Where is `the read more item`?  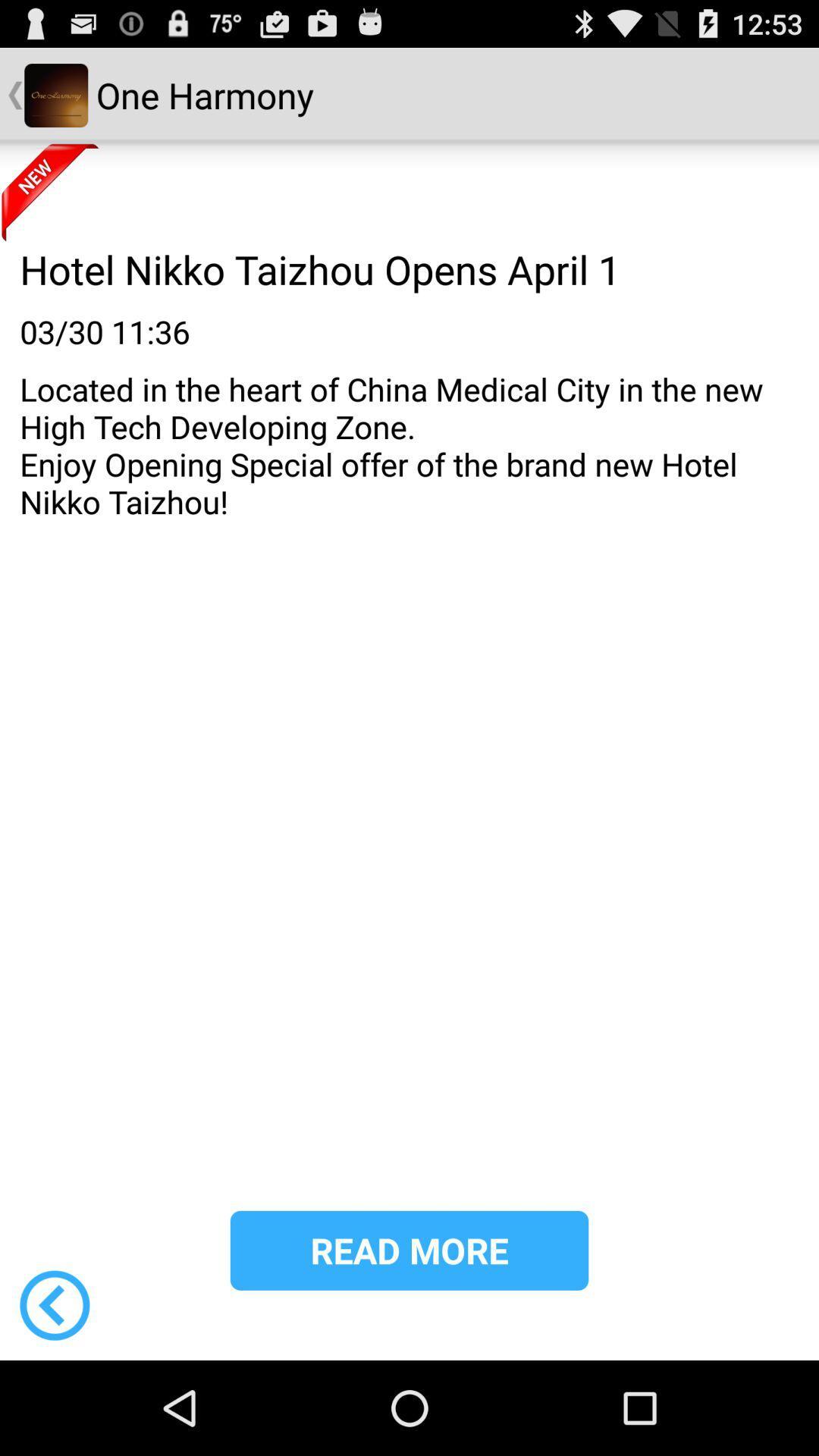
the read more item is located at coordinates (409, 1250).